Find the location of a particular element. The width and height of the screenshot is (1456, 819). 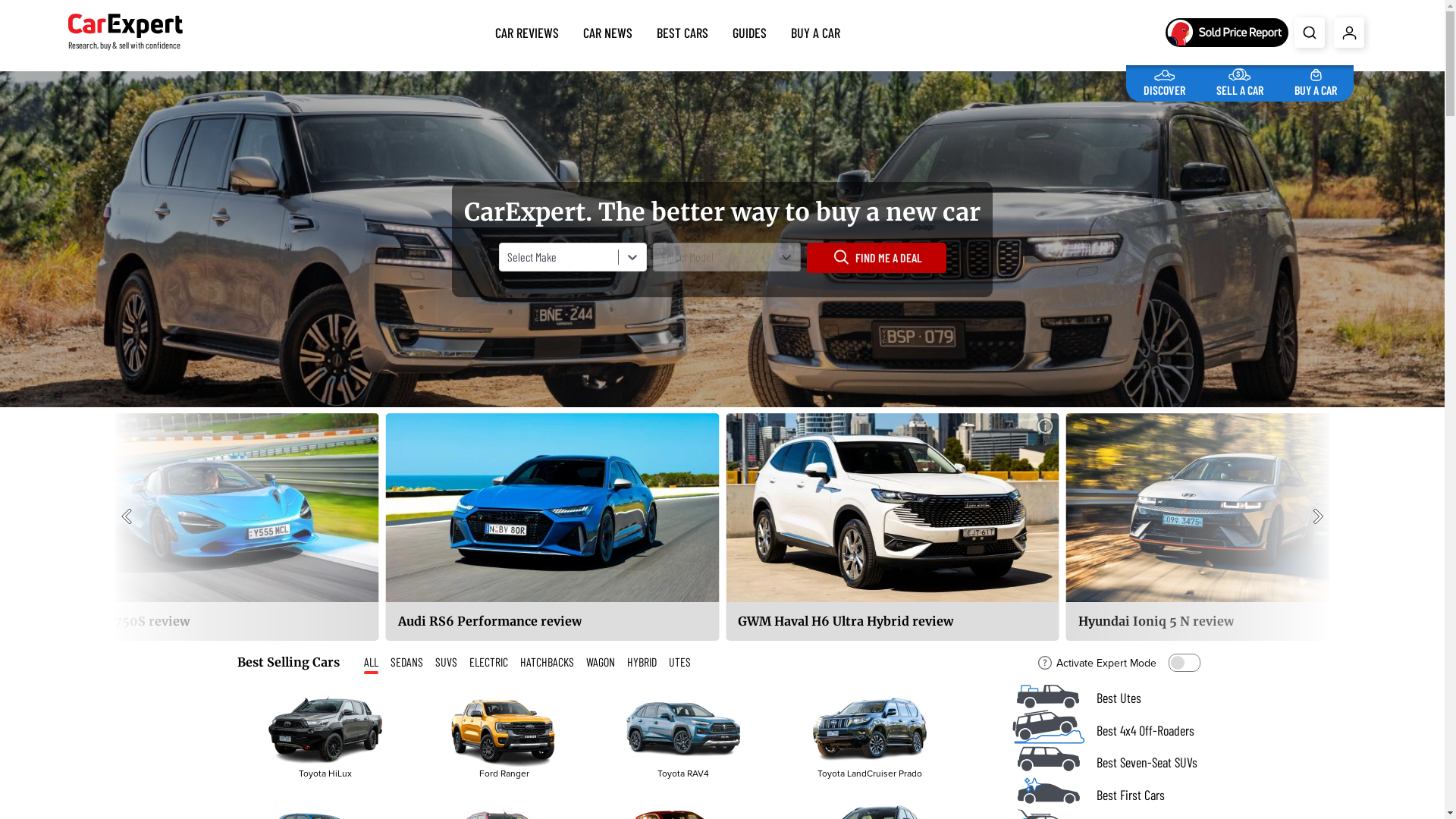

'Toyota LandCruiser Prado' is located at coordinates (869, 736).